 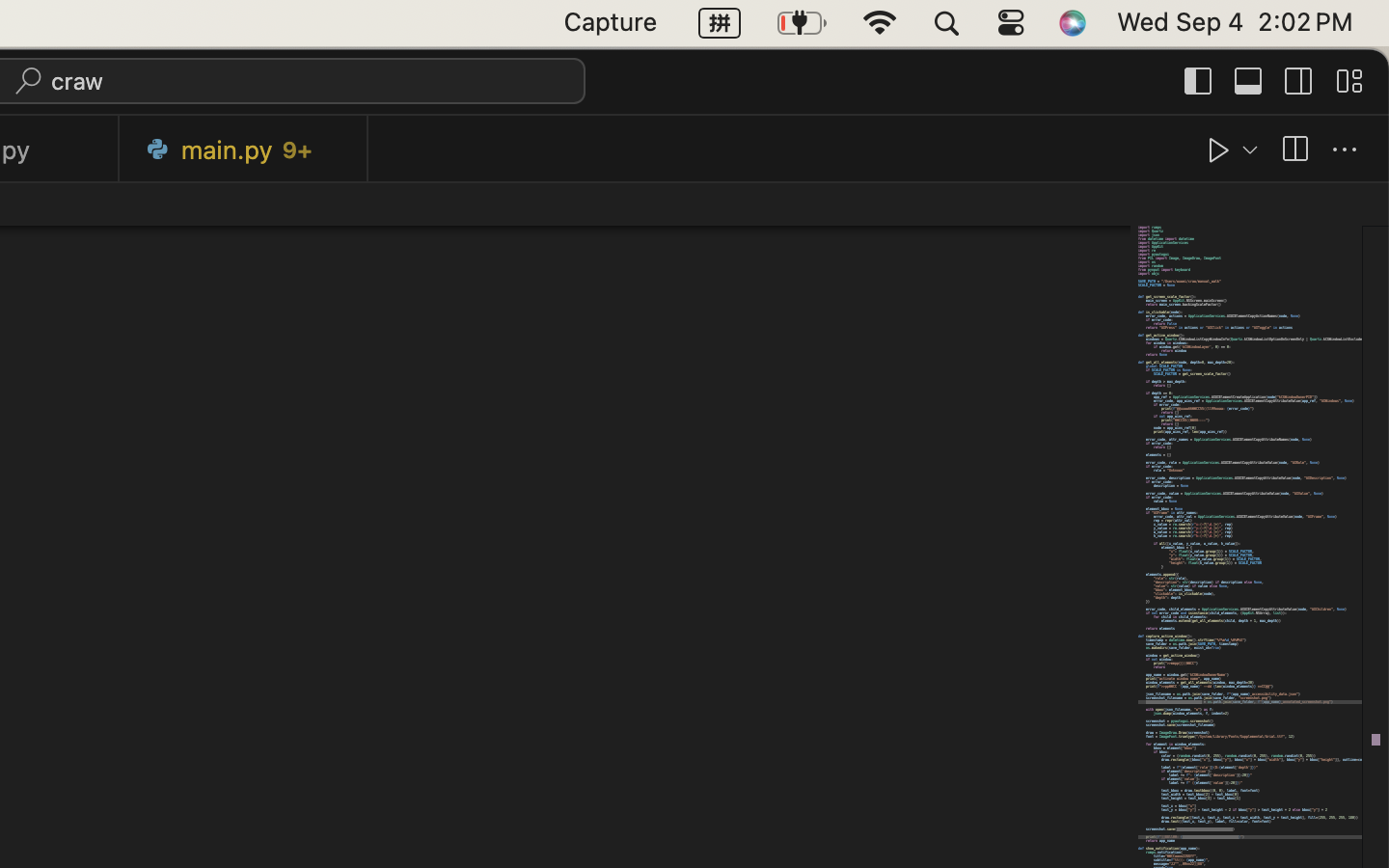 I want to click on '', so click(x=1248, y=79).